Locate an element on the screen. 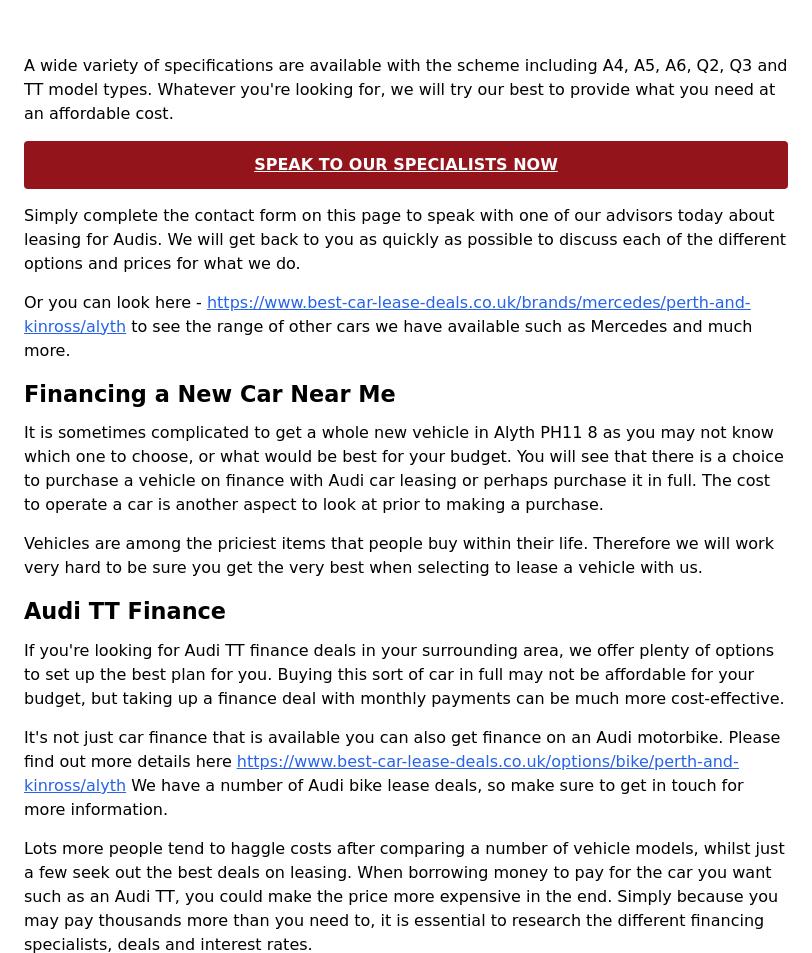  'Vehicles are among the priciest items that people buy within their life. Therefore we will work very hard to be sure you get the very best when selecting to lease a vehicle with us.' is located at coordinates (398, 555).